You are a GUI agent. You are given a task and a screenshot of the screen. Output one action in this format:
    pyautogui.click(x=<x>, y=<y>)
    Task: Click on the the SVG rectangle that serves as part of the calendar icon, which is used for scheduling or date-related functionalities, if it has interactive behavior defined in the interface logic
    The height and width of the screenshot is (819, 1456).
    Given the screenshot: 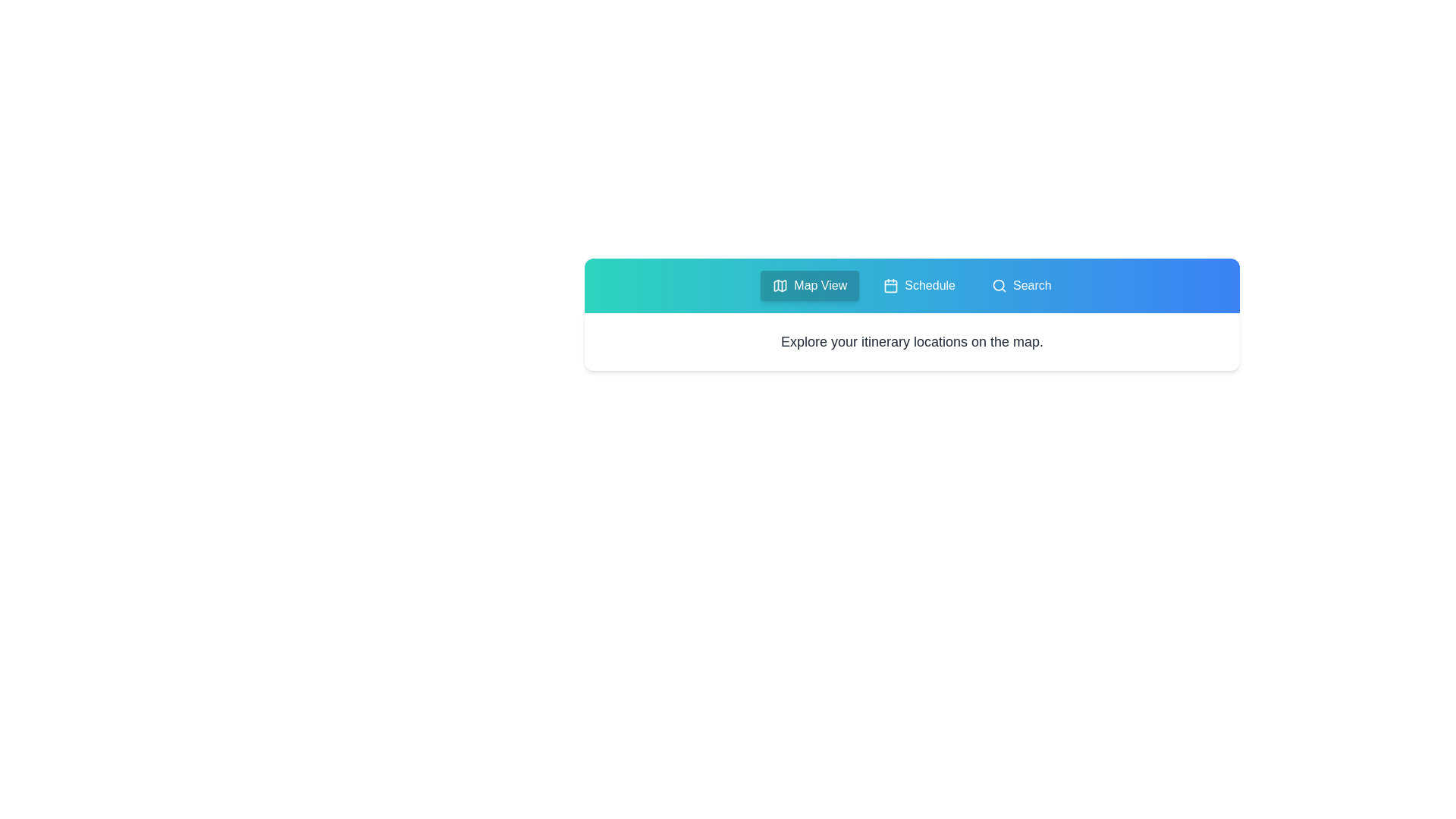 What is the action you would take?
    pyautogui.click(x=891, y=286)
    